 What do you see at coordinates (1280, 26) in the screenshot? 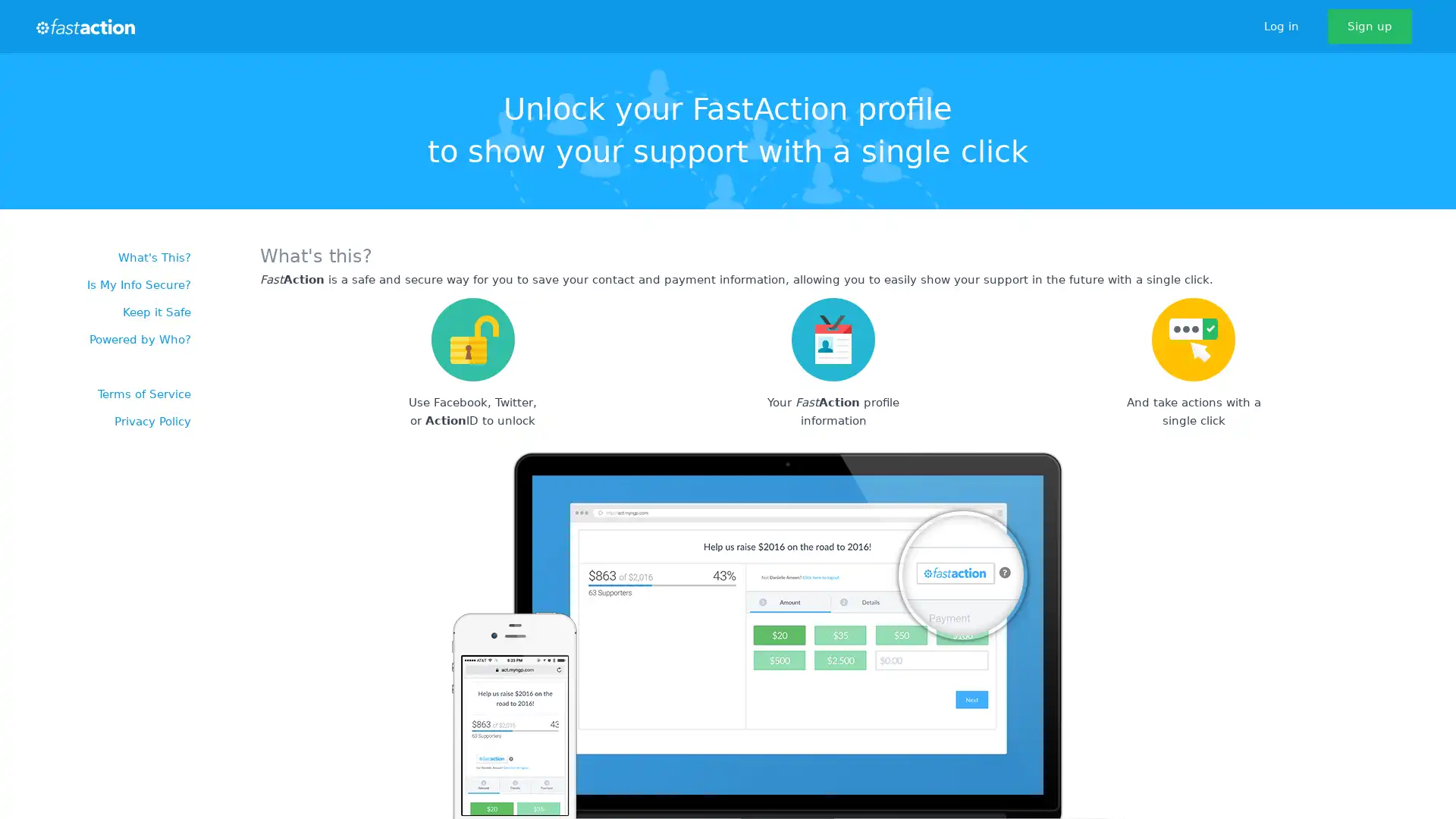
I see `Log in` at bounding box center [1280, 26].